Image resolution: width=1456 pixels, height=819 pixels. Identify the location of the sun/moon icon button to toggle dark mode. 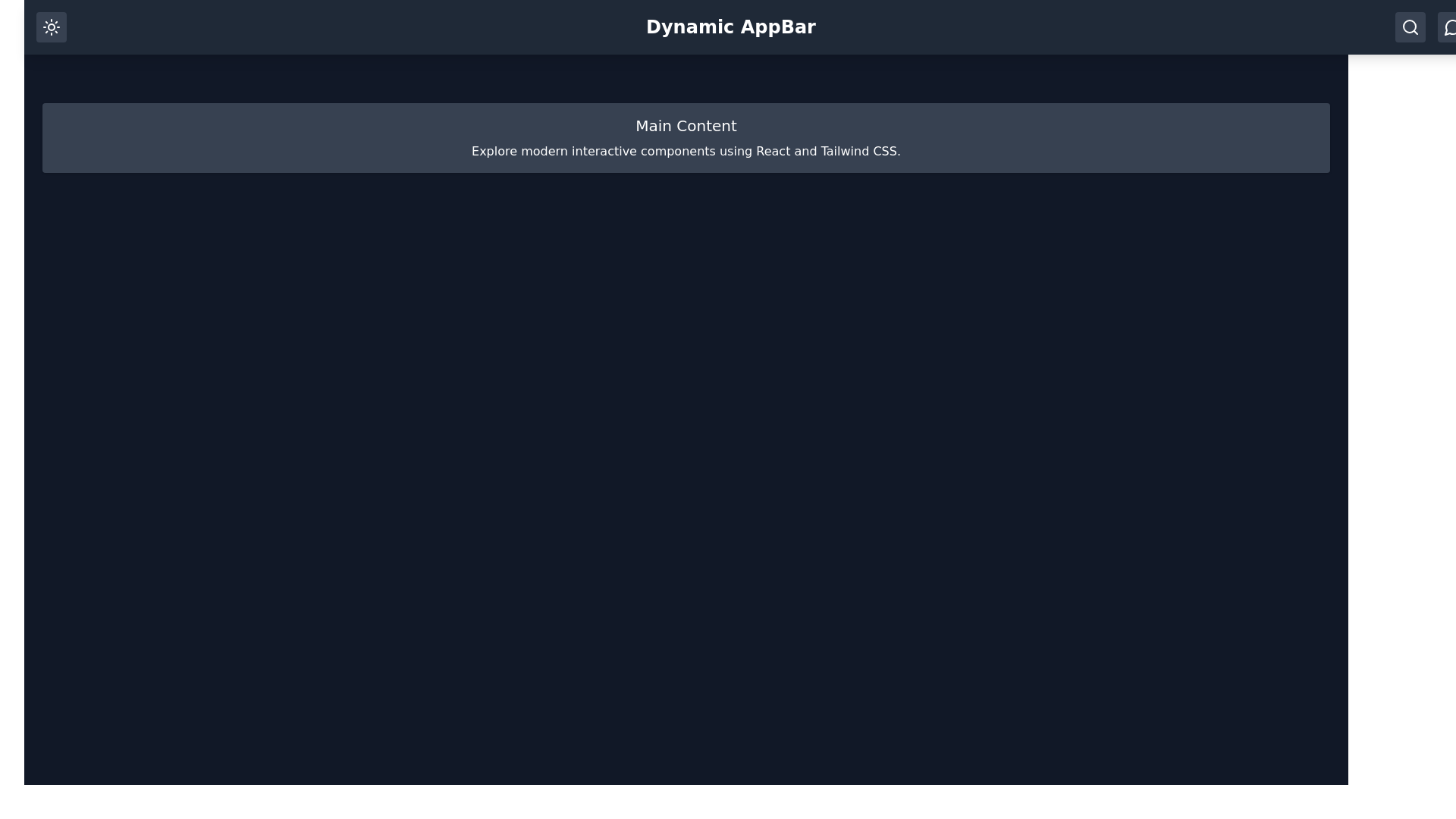
(51, 27).